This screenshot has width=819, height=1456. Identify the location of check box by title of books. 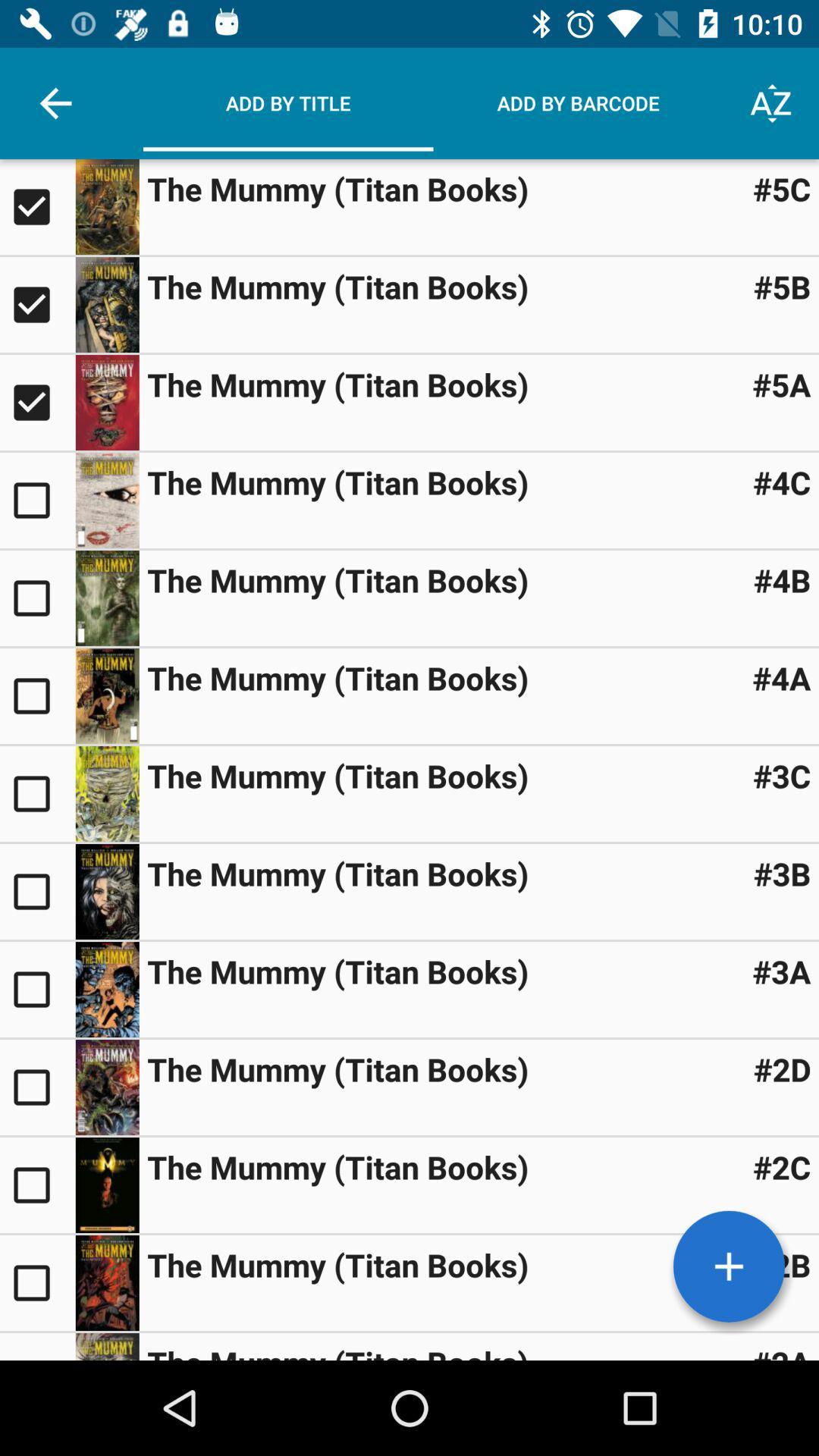
(36, 1282).